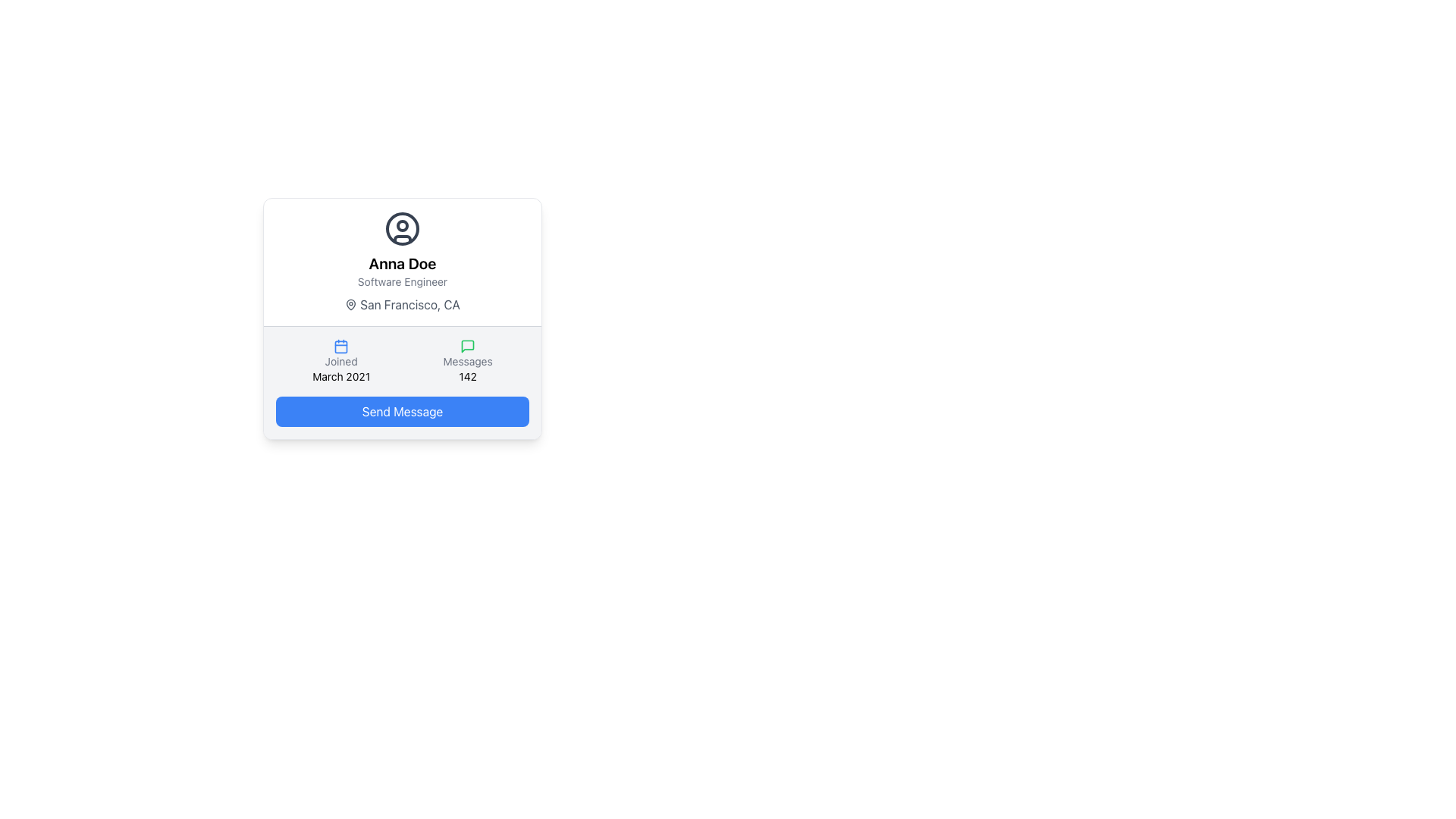 Image resolution: width=1456 pixels, height=819 pixels. I want to click on the static text element displaying 'Messages' in a smaller, gray font, which is positioned below an icon and above the number '142', so click(467, 362).